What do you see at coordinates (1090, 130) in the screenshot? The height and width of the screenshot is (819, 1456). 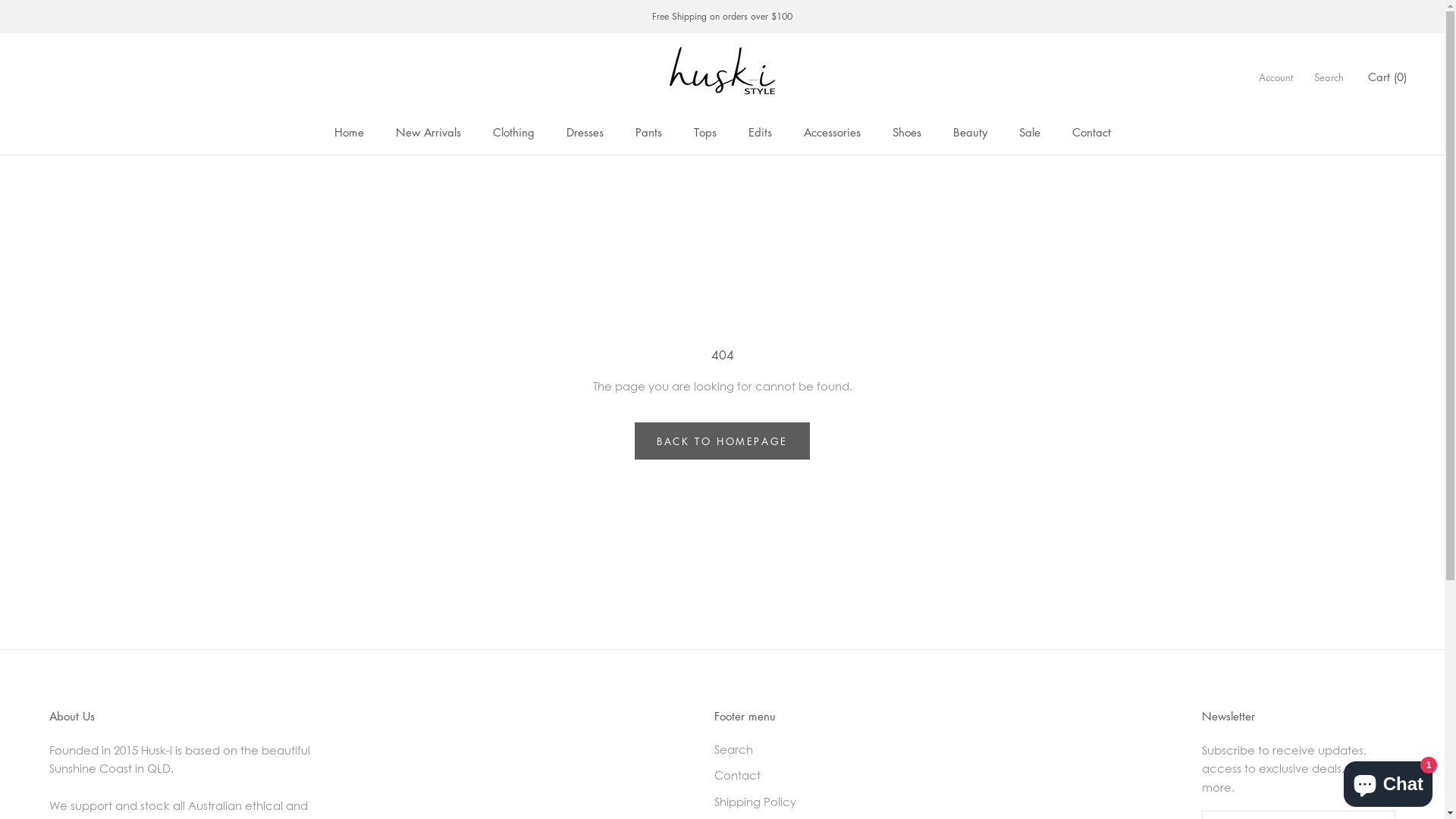 I see `'Contact` at bounding box center [1090, 130].